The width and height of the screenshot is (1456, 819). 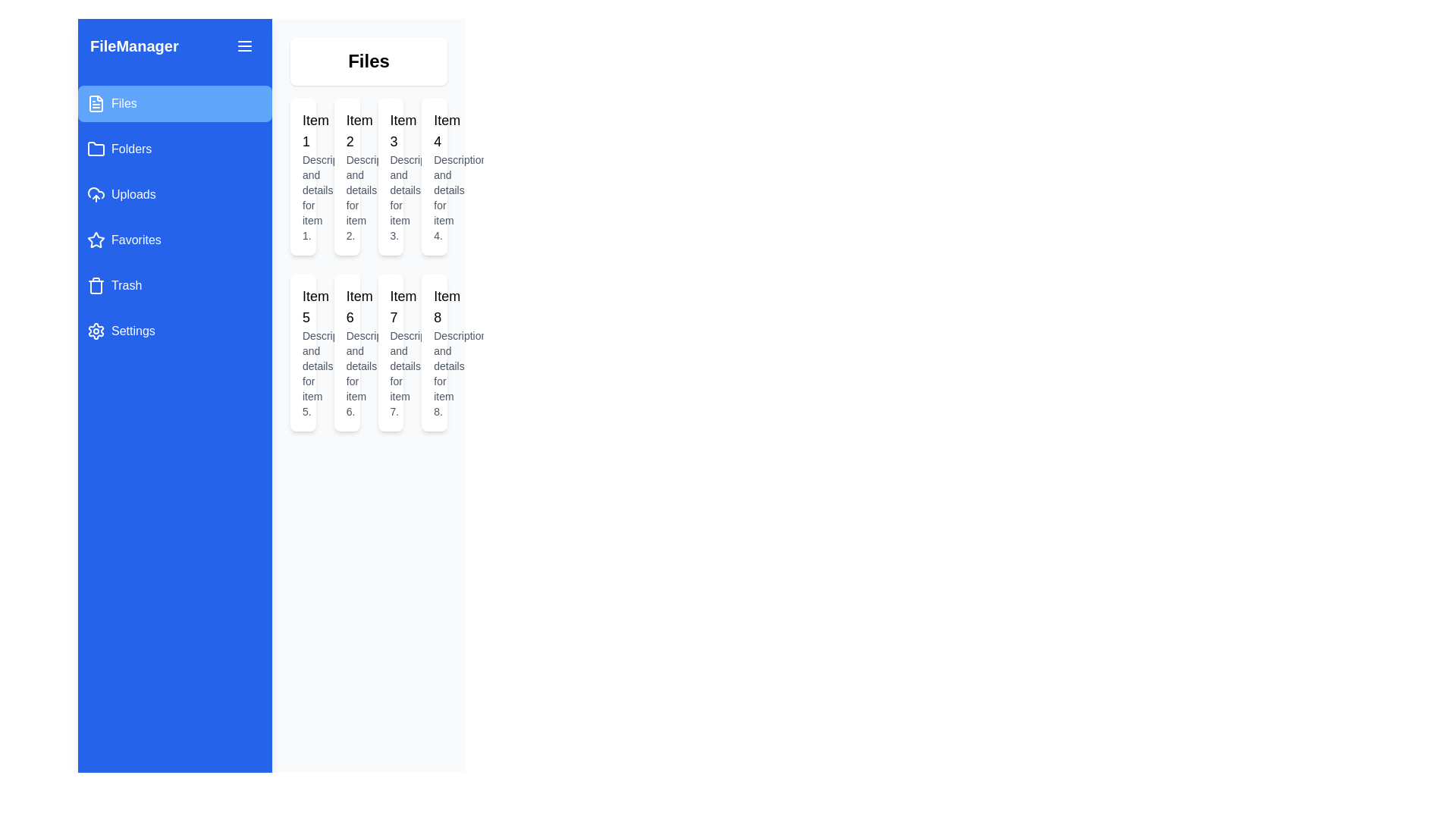 I want to click on the menu icon button located, so click(x=244, y=45).